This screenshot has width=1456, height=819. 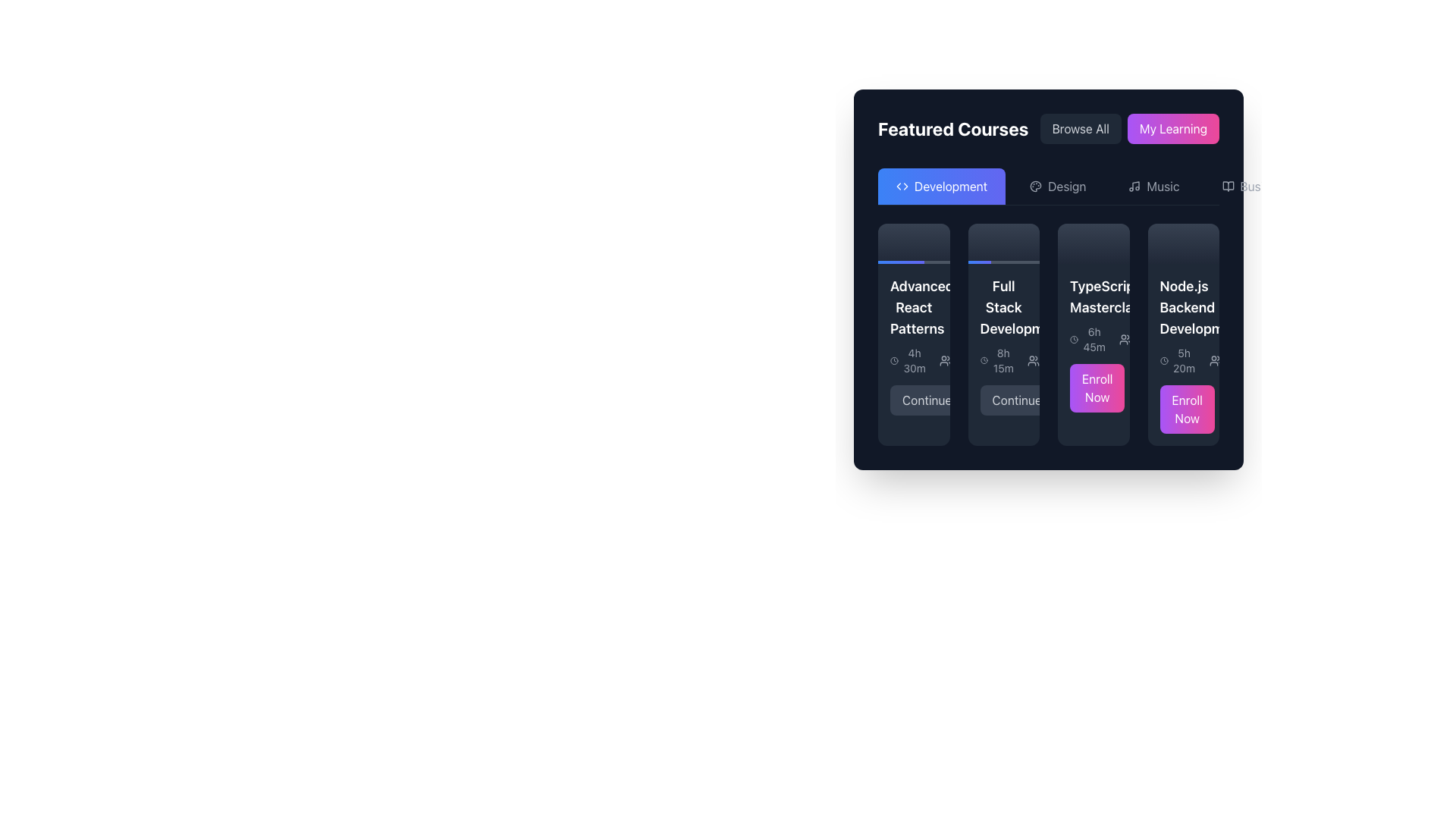 What do you see at coordinates (1033, 361) in the screenshot?
I see `the decorative icon located to the left of the numeric text '2,156' in the bottom-center area of a card-like interface` at bounding box center [1033, 361].